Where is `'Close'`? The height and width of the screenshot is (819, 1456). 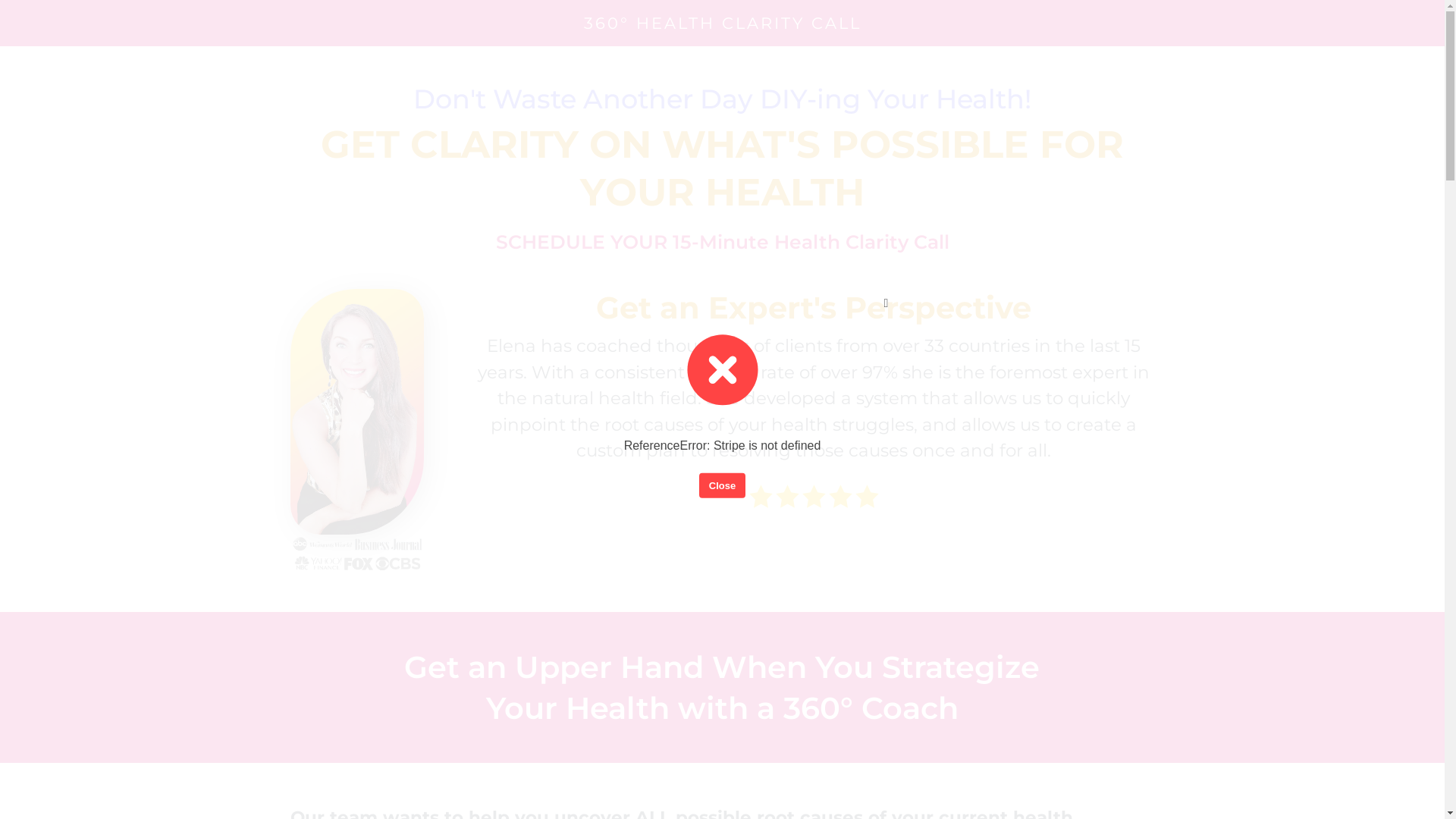
'Close' is located at coordinates (721, 485).